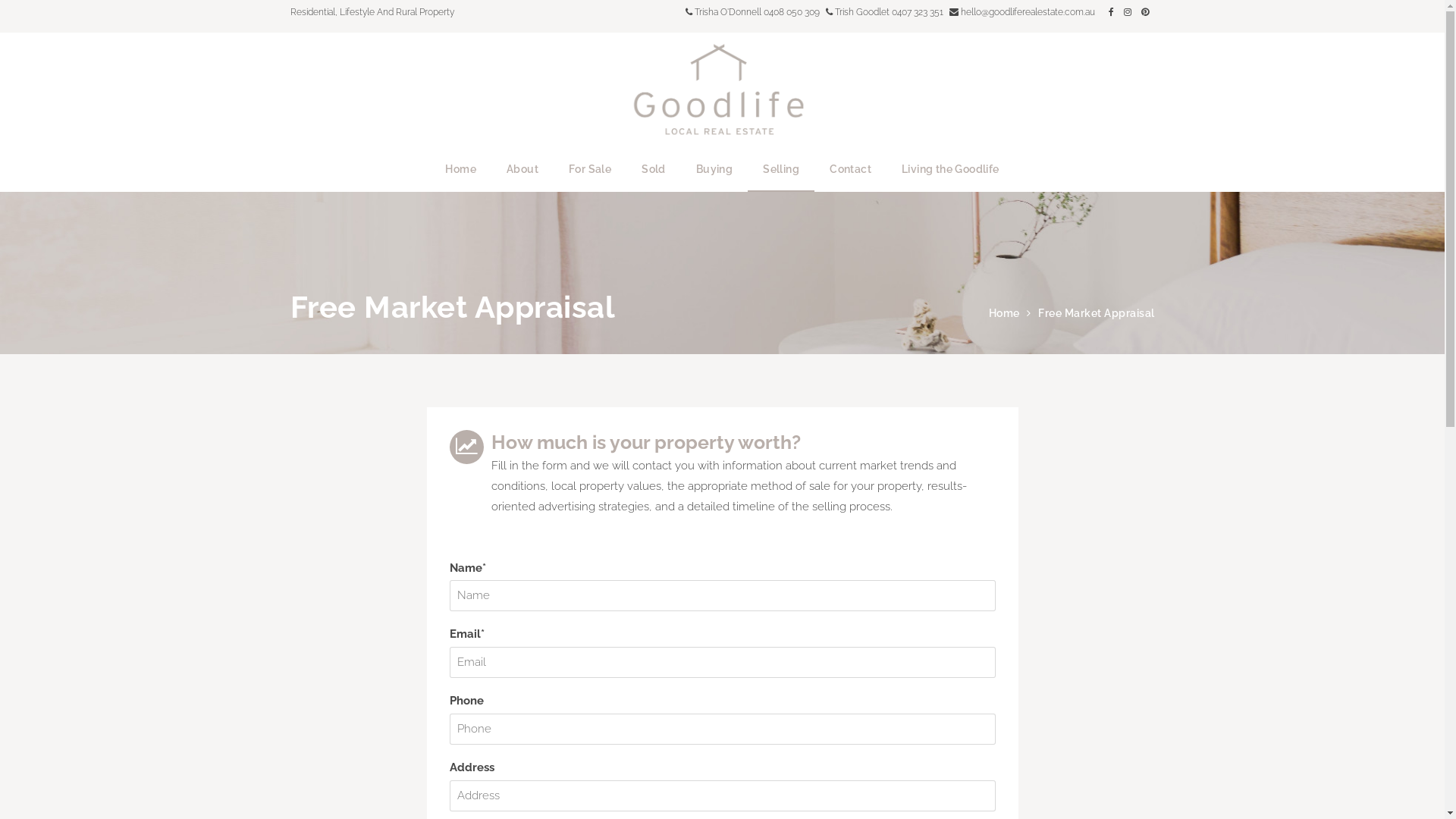 This screenshot has height=819, width=1456. I want to click on 'Living the Goodlife', so click(886, 169).